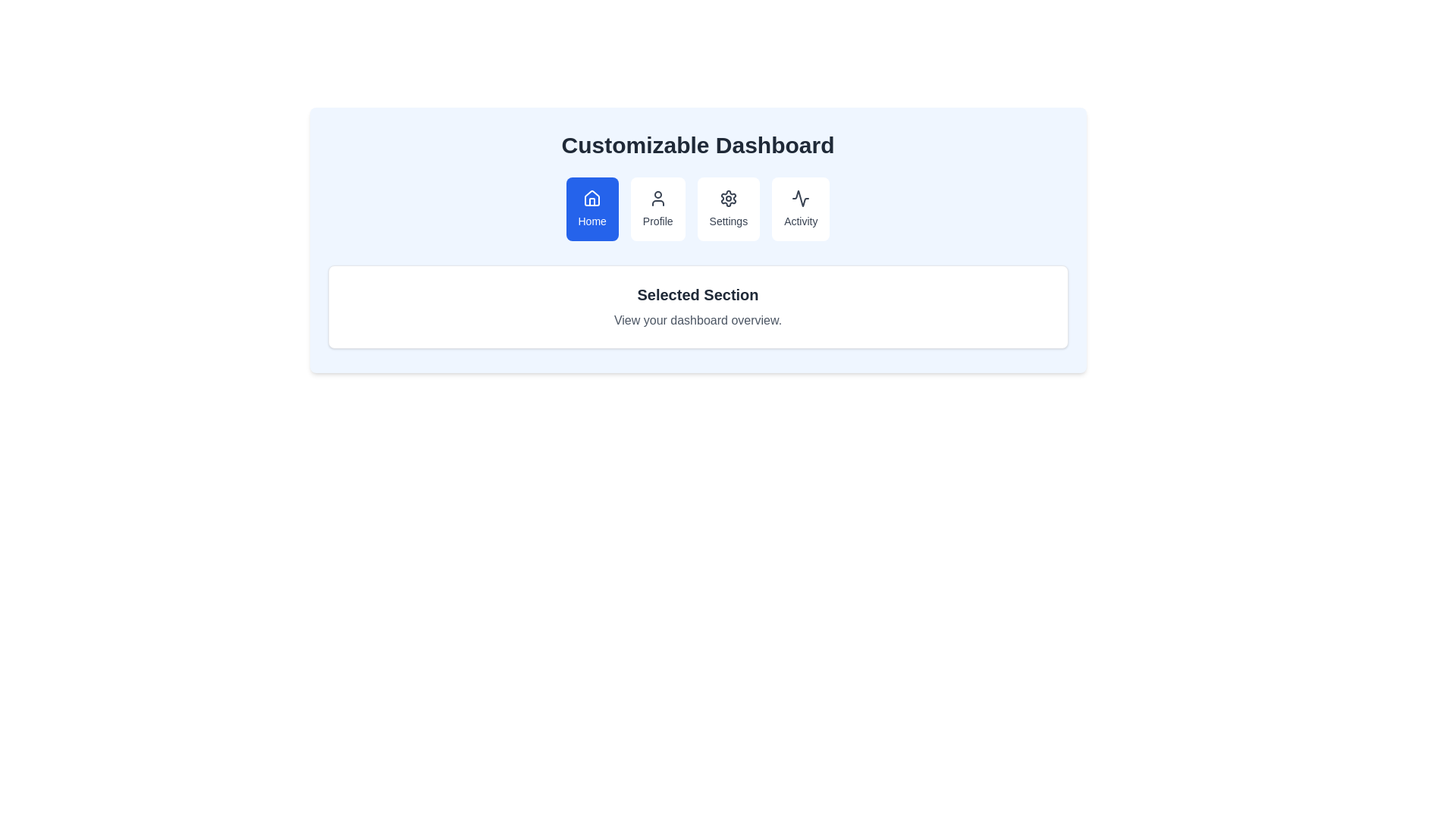  Describe the element at coordinates (728, 209) in the screenshot. I see `the 'Settings' button, which has a square white background and a gear icon` at that location.